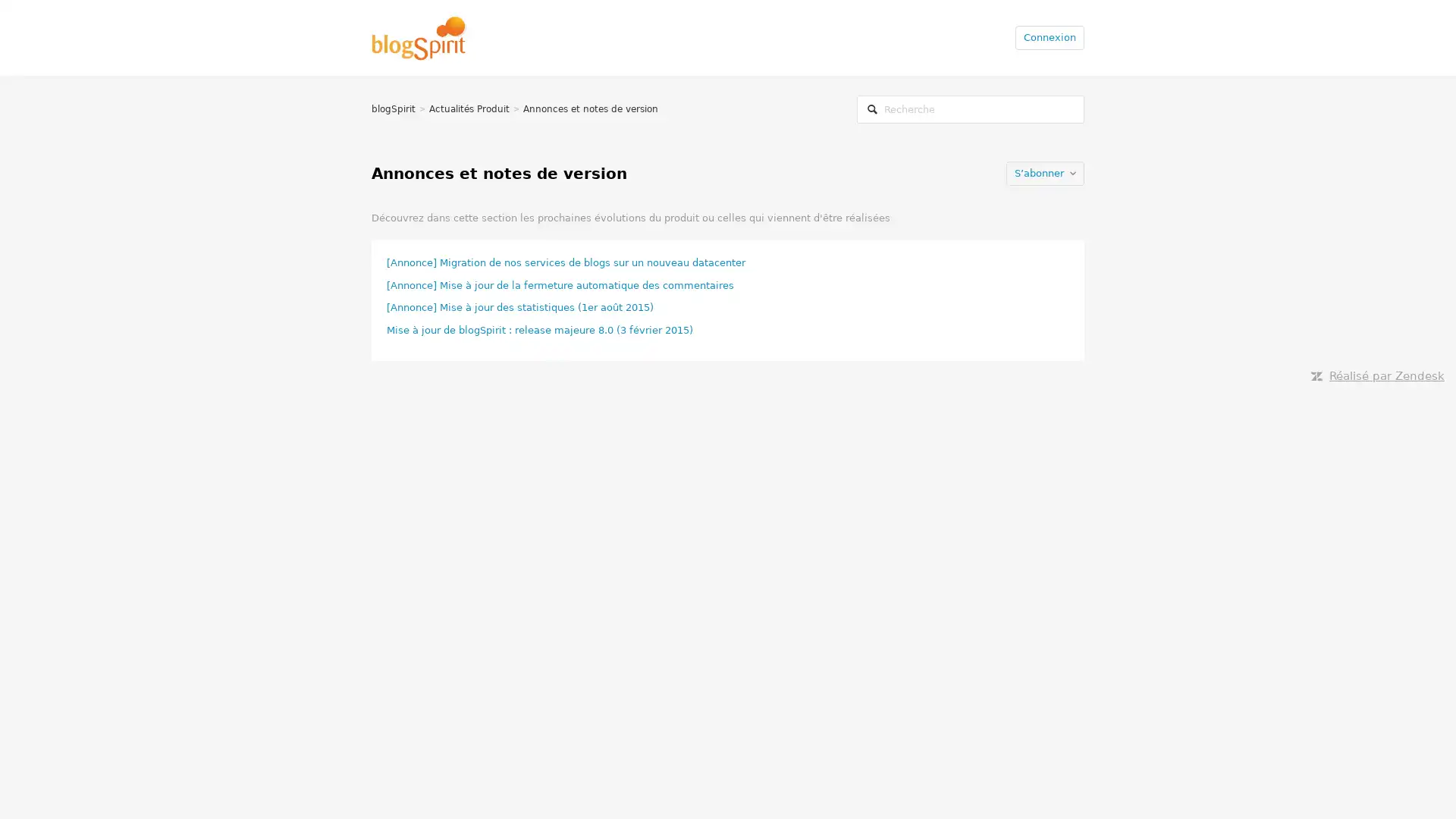 The width and height of the screenshot is (1456, 819). What do you see at coordinates (1049, 36) in the screenshot?
I see `Connexion` at bounding box center [1049, 36].